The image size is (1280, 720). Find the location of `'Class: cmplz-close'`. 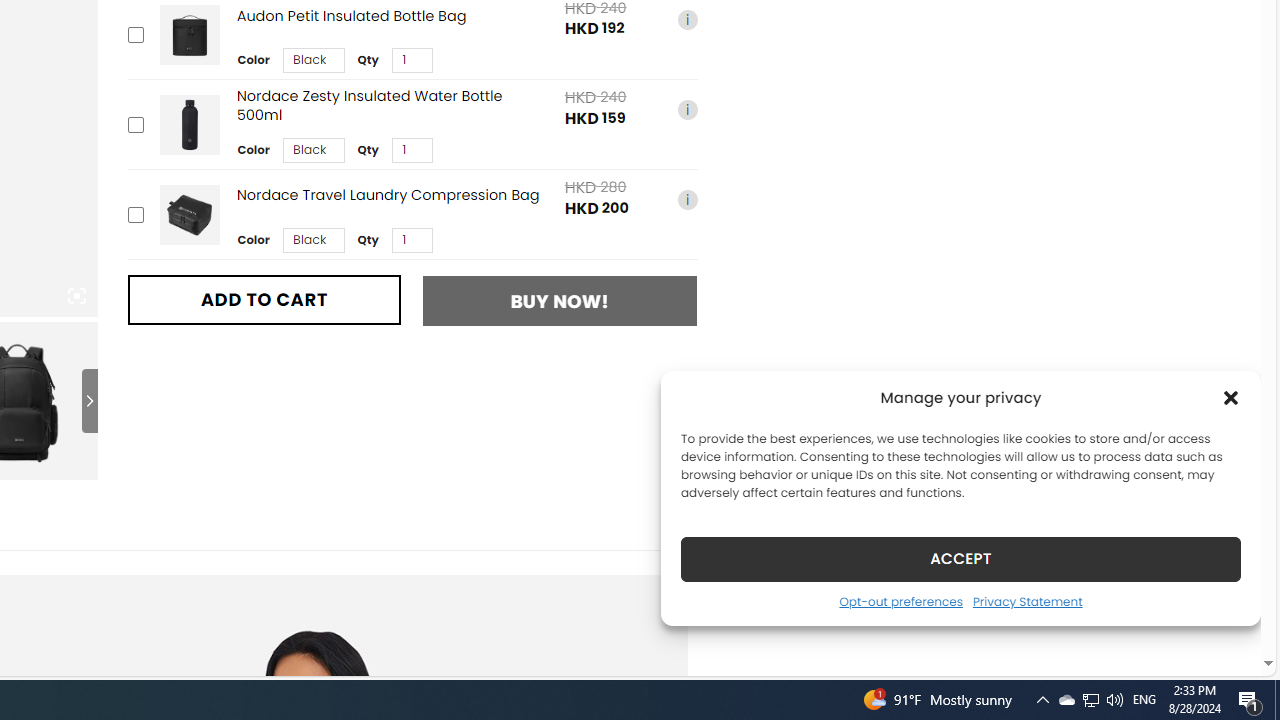

'Class: cmplz-close' is located at coordinates (1230, 397).